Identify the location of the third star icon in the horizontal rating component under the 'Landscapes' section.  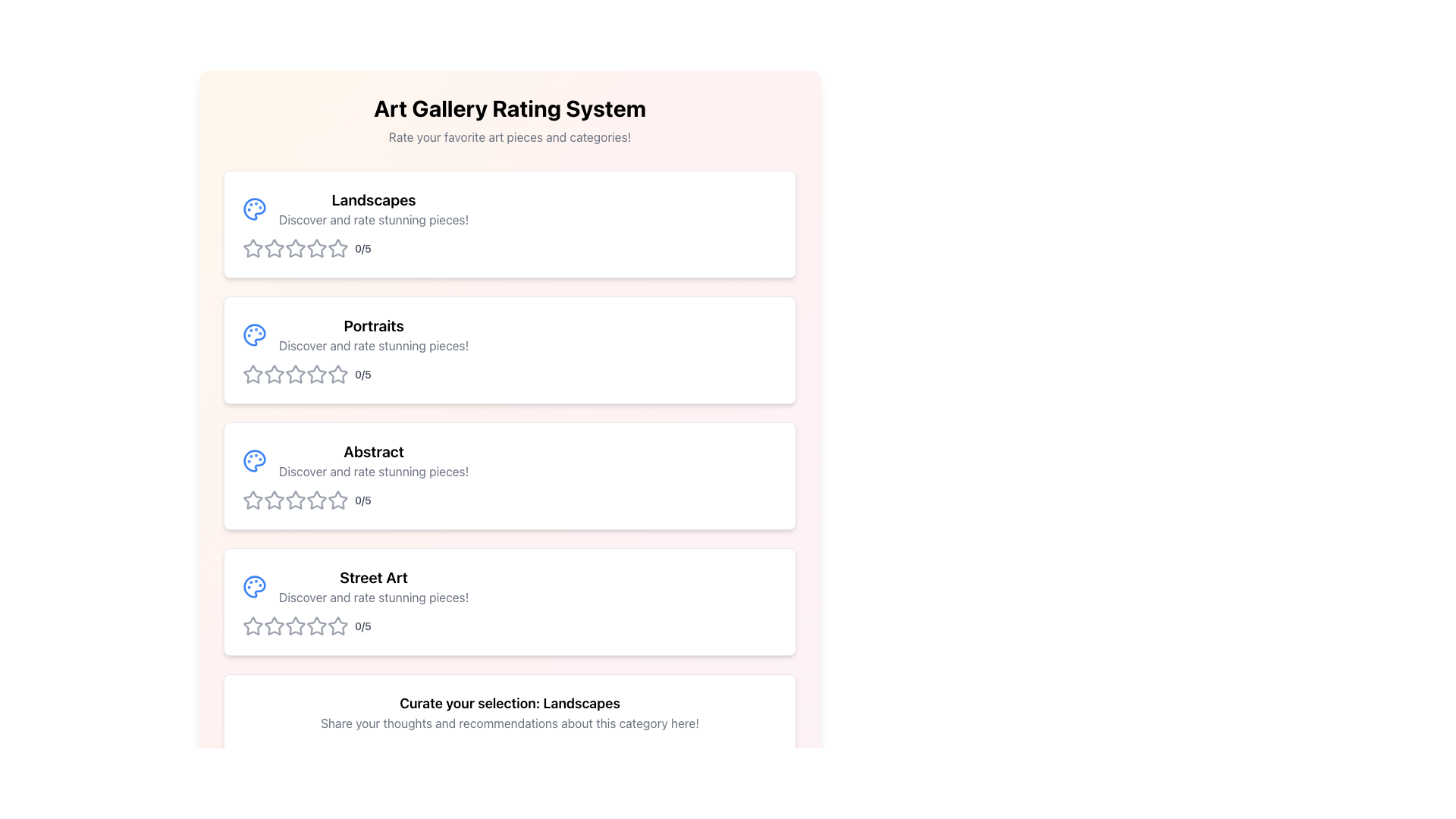
(274, 247).